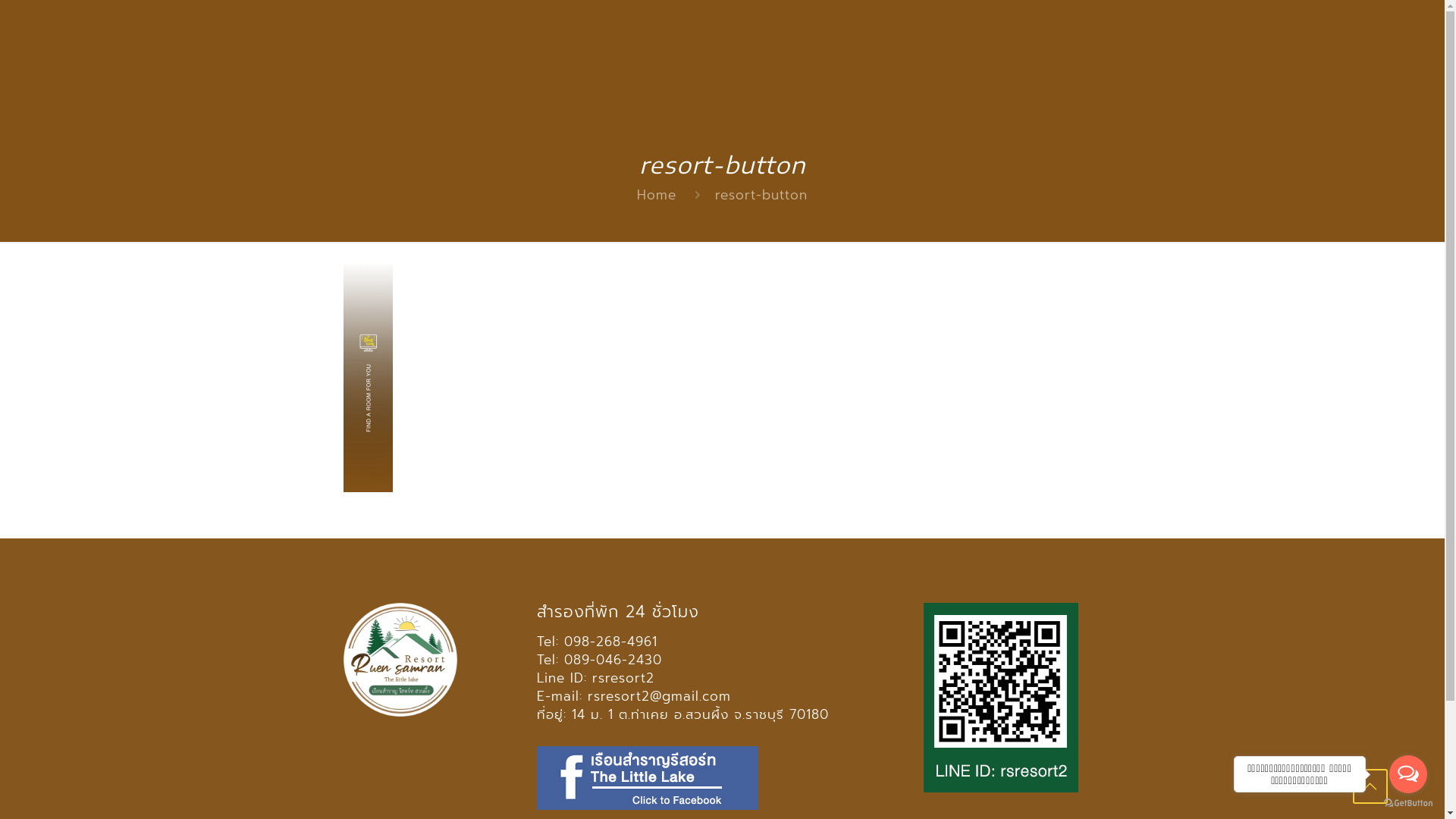 The image size is (1456, 819). I want to click on 'Home', so click(656, 194).